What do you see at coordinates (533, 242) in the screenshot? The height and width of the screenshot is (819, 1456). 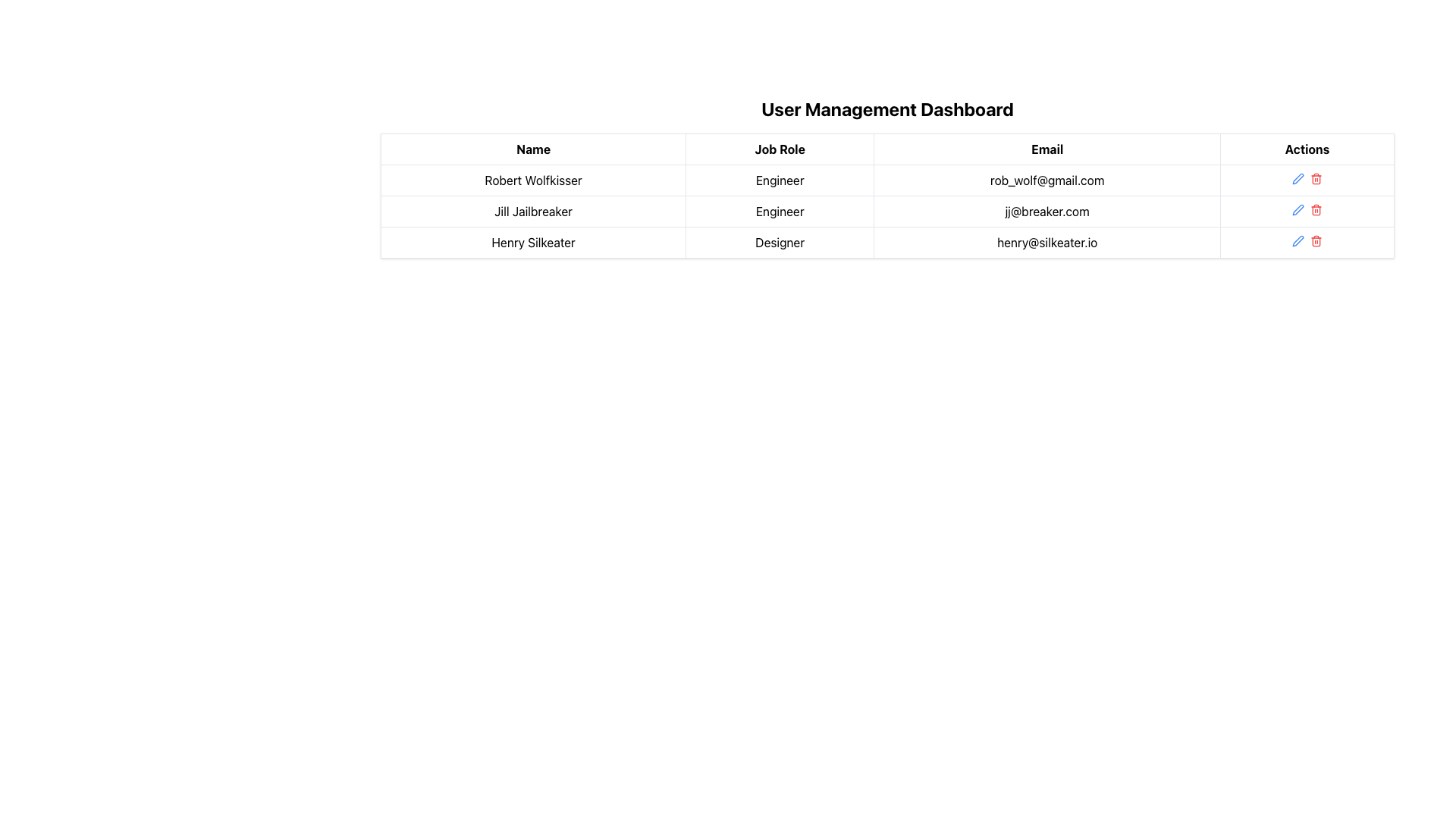 I see `the static text label displaying 'Henry Silkeater' in the third row of the table under the 'Name' column` at bounding box center [533, 242].